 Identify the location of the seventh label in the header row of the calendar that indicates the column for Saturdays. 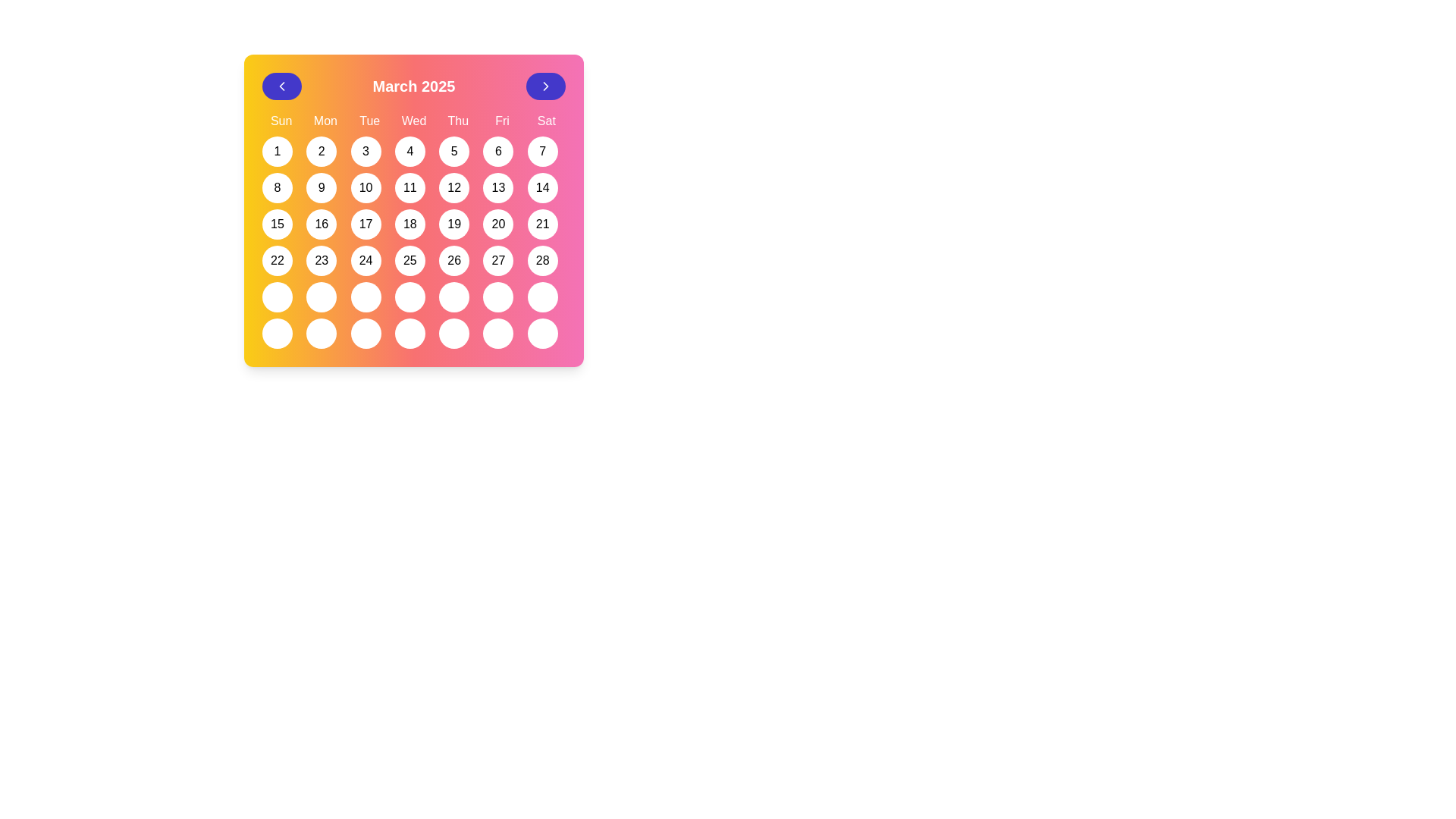
(546, 120).